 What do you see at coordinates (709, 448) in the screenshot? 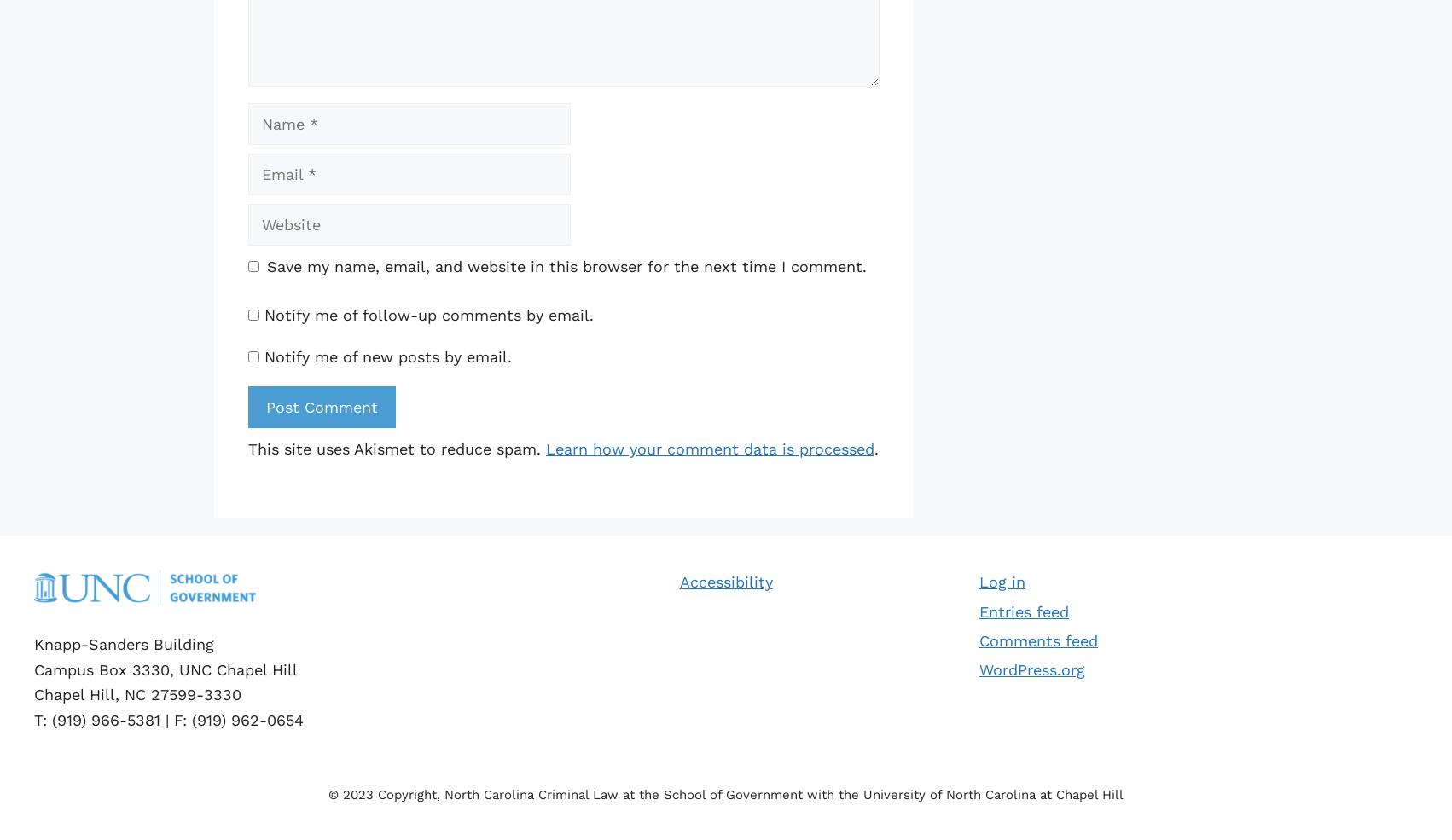
I see `'Learn how your comment data is processed'` at bounding box center [709, 448].